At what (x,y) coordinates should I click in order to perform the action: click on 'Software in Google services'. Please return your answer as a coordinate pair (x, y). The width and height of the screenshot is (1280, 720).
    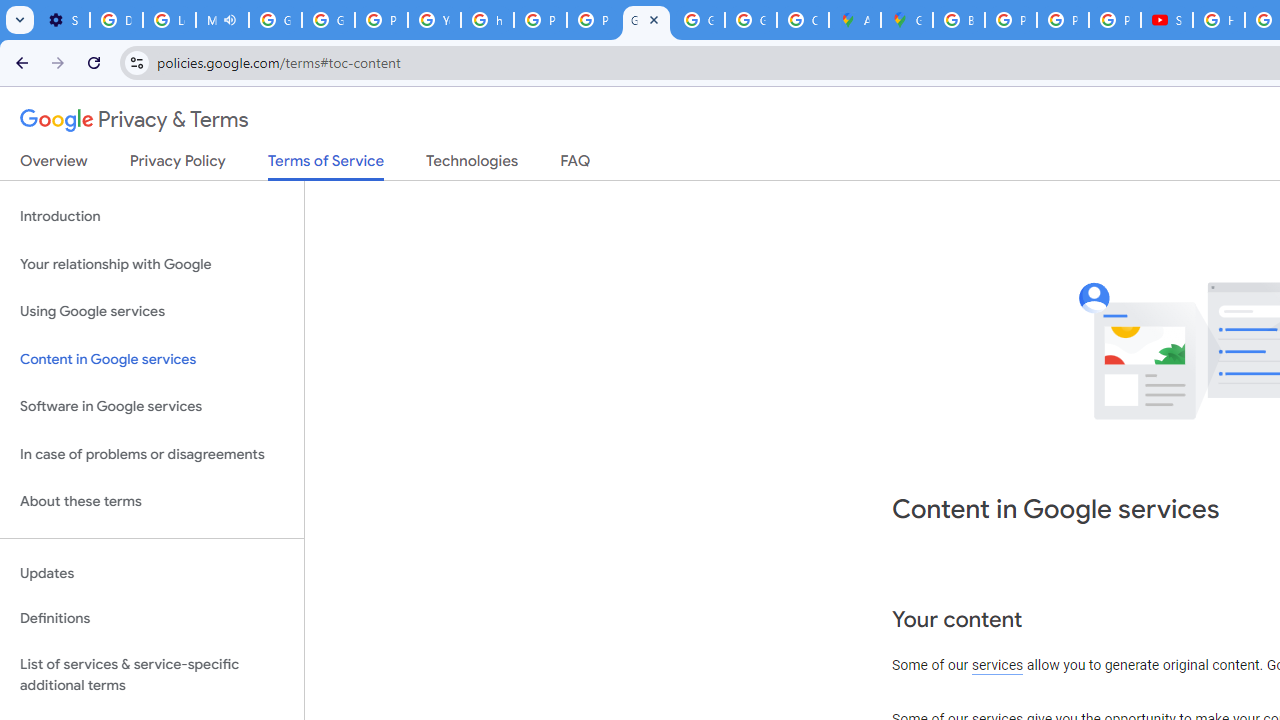
    Looking at the image, I should click on (151, 406).